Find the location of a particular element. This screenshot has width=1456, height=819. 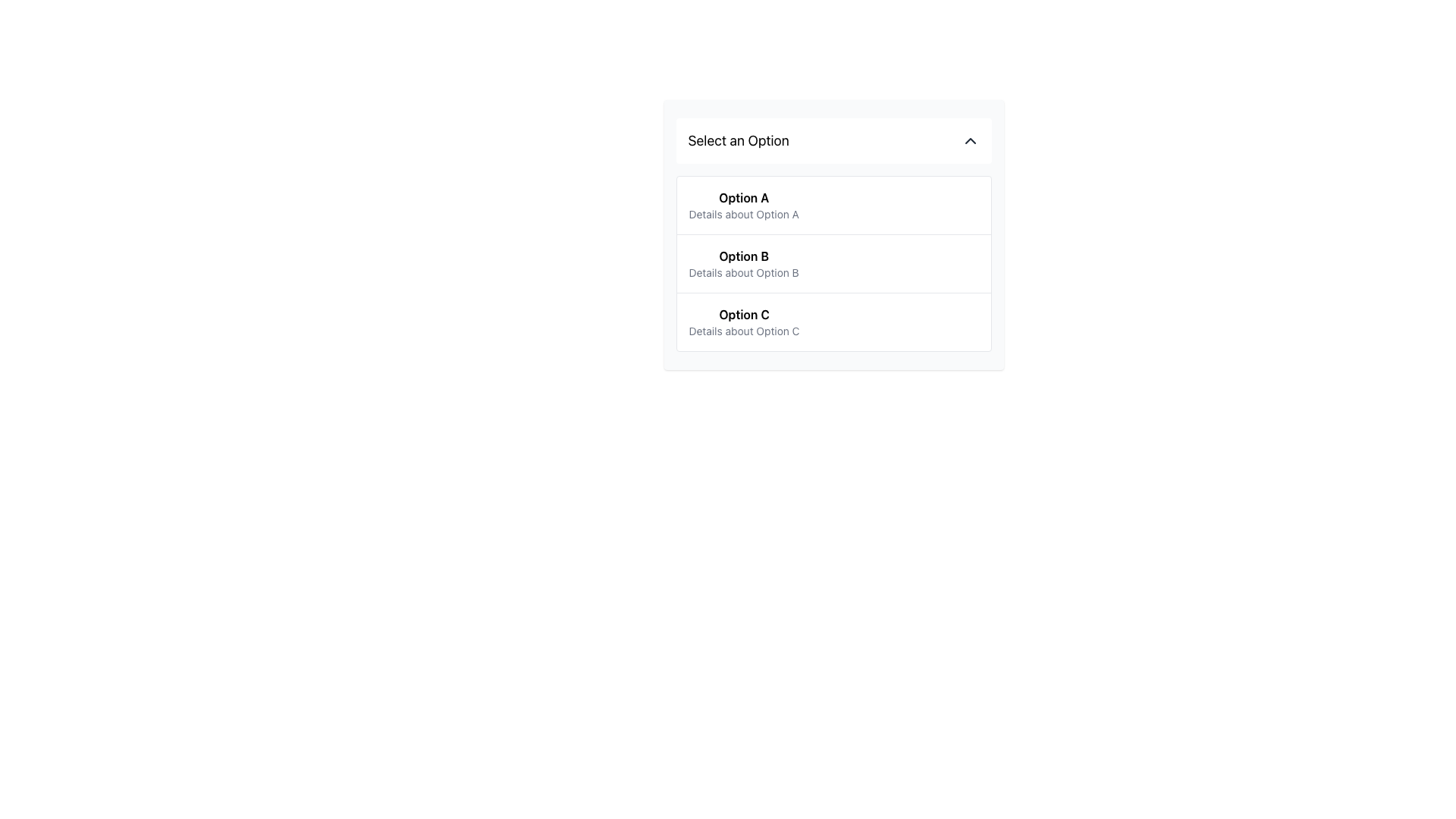

the first selectable list item labeled 'Option A' in the dropdown menu is located at coordinates (744, 205).